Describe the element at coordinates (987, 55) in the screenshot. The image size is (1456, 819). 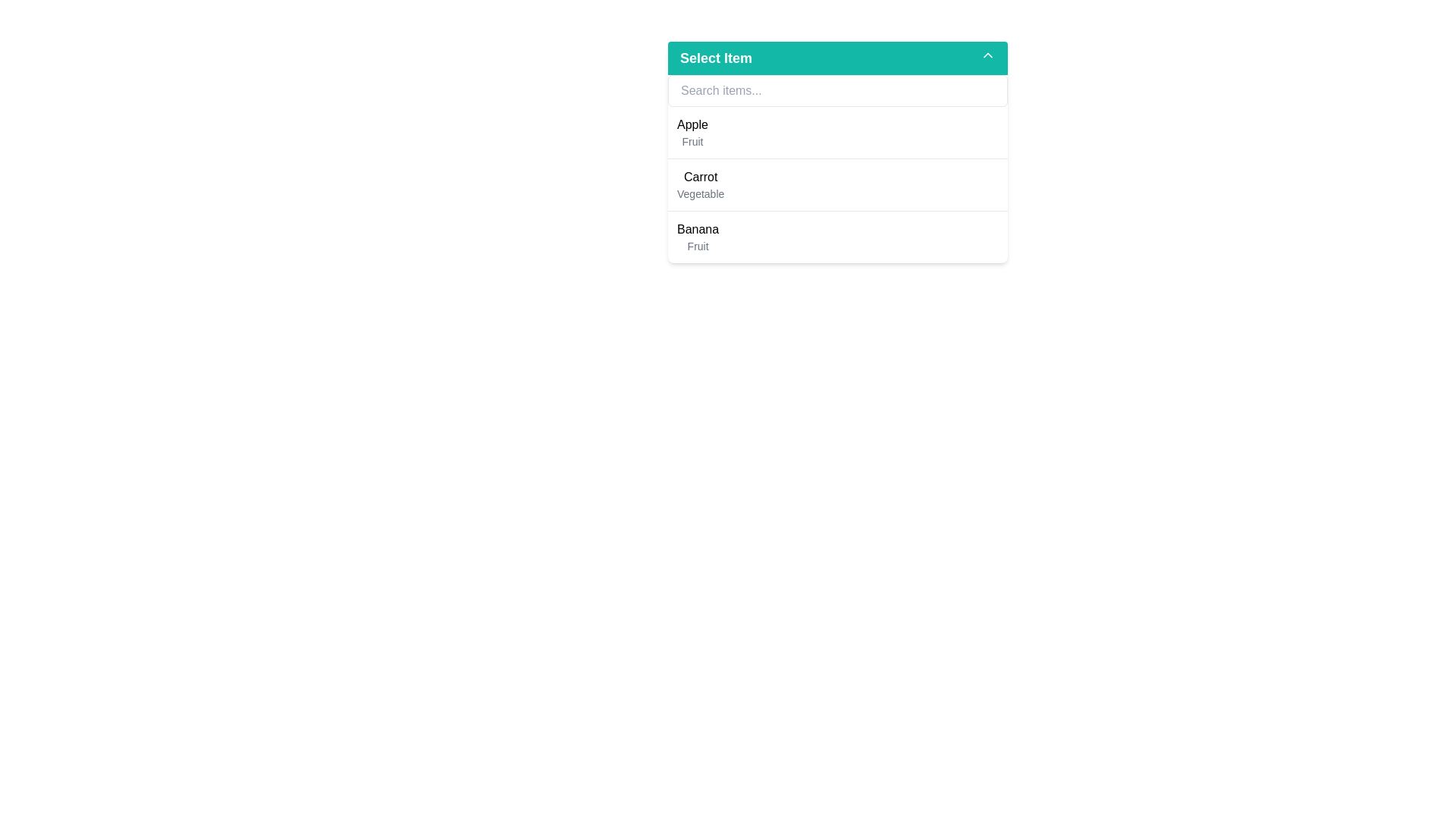
I see `the chevron-up icon located at the right end of the 'Select Item' header bar` at that location.